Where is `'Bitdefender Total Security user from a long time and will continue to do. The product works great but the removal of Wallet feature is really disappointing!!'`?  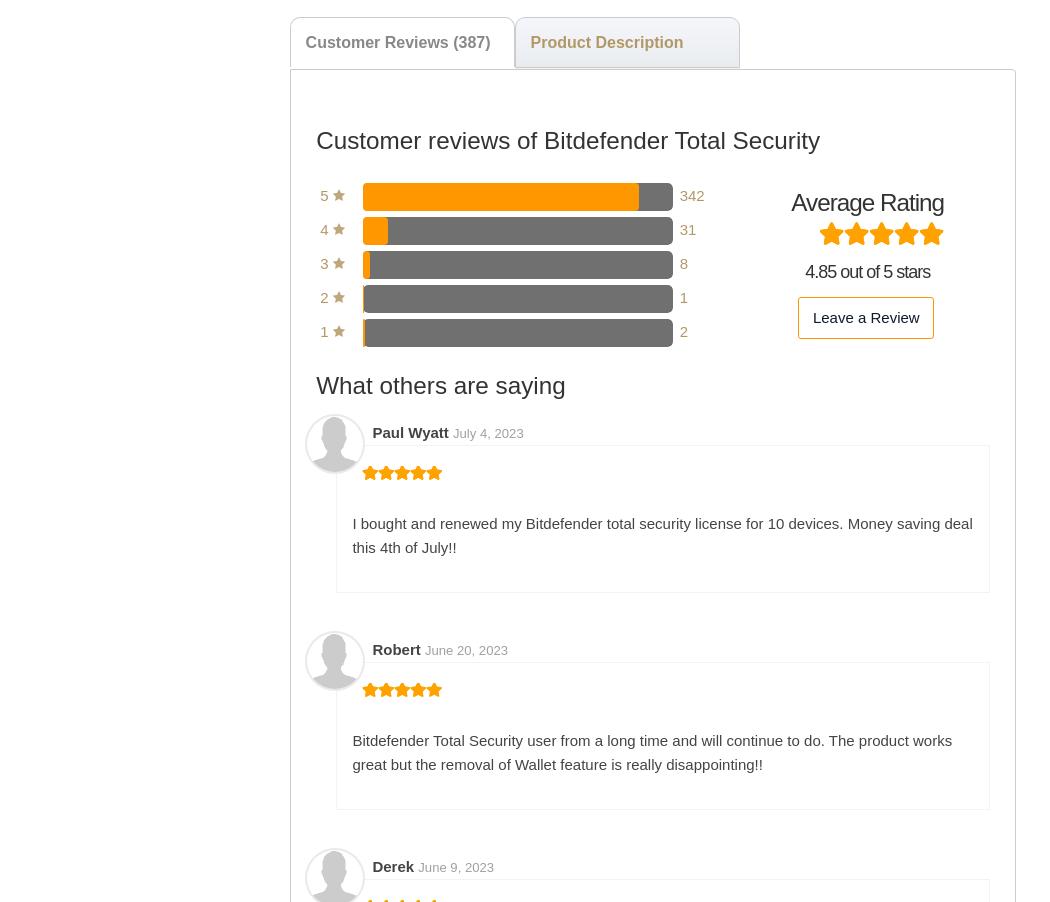
'Bitdefender Total Security user from a long time and will continue to do. The product works great but the removal of Wallet feature is really disappointing!!' is located at coordinates (651, 751).